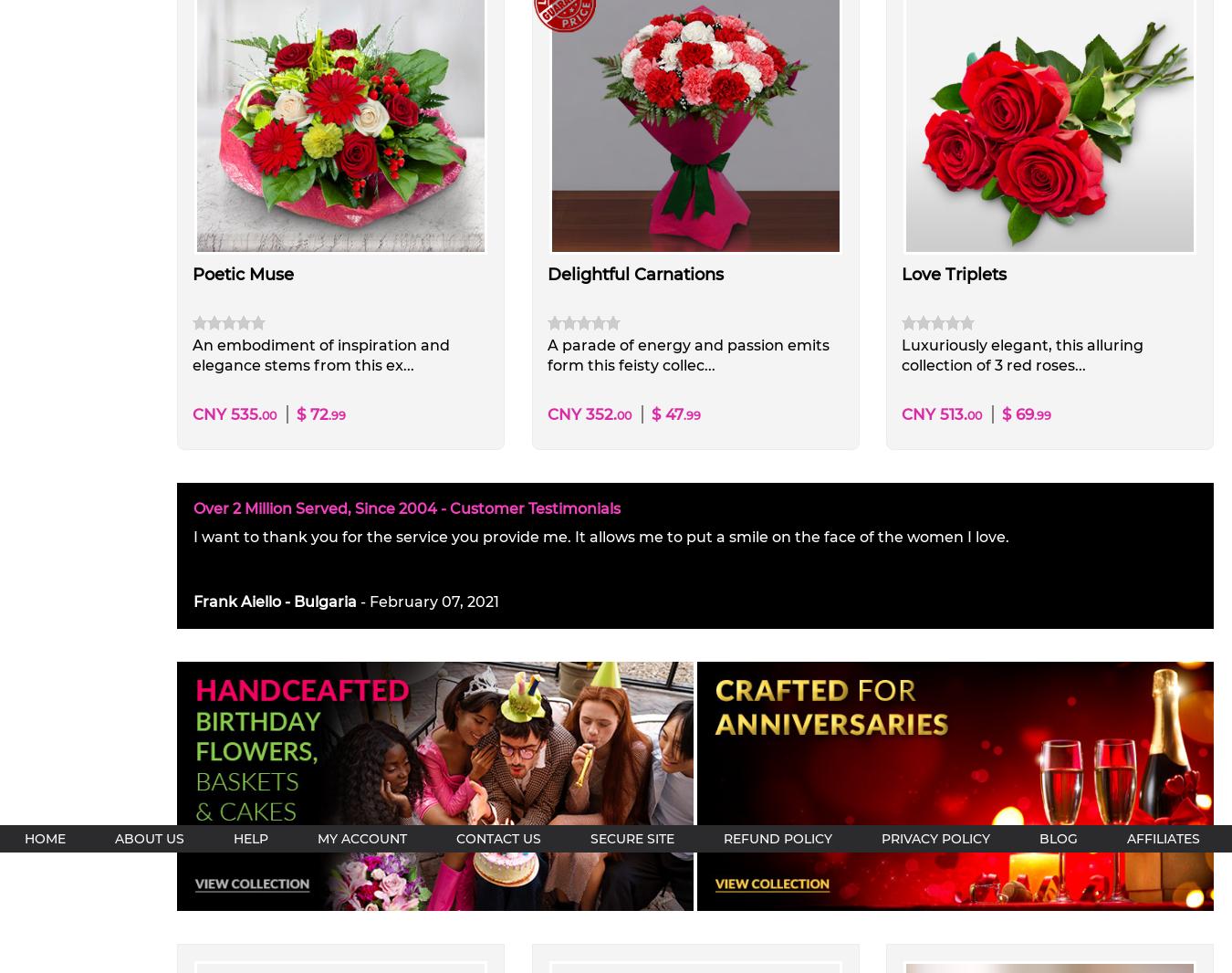 The image size is (1232, 973). What do you see at coordinates (1038, 838) in the screenshot?
I see `'BLOG'` at bounding box center [1038, 838].